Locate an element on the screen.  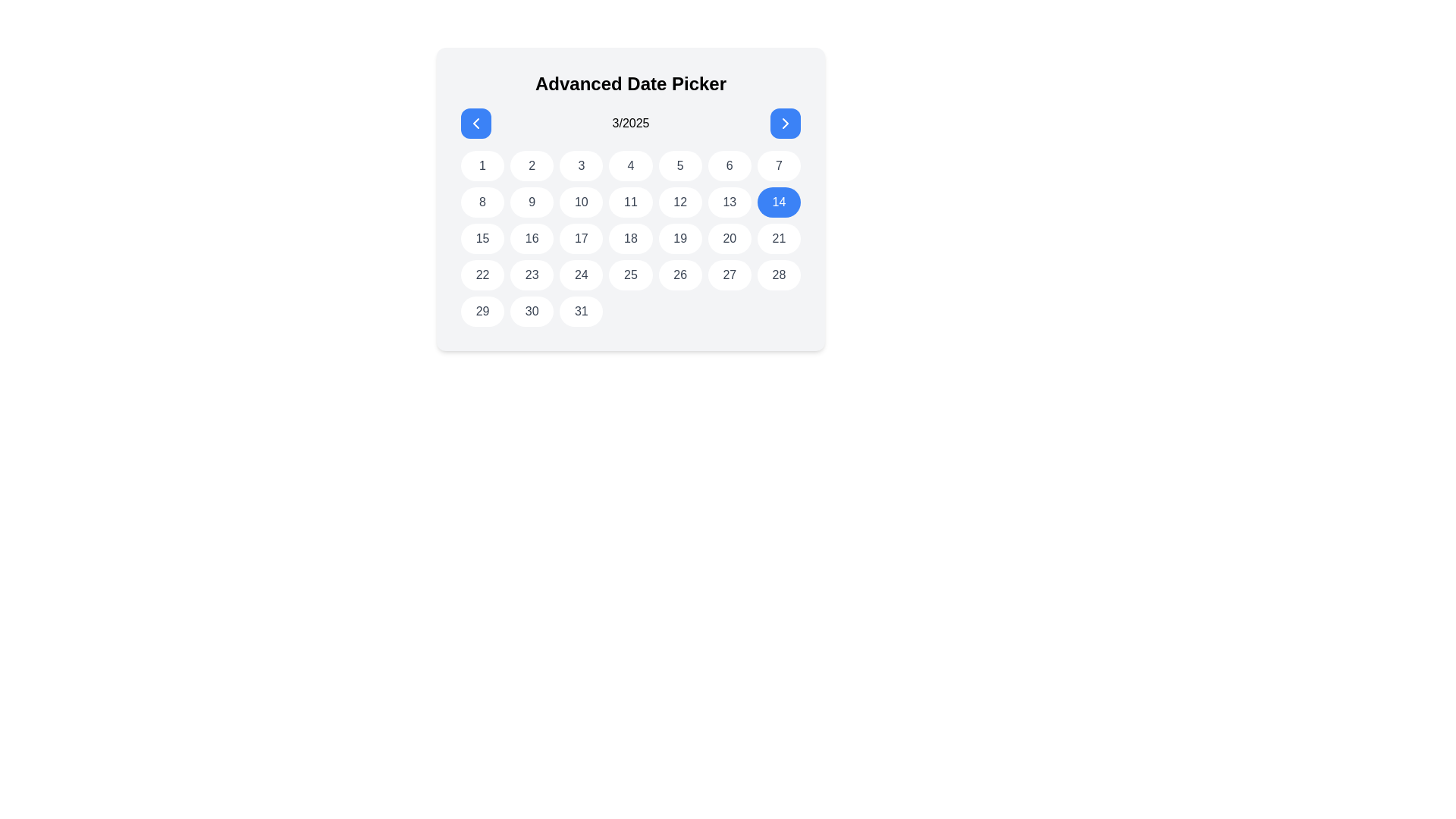
the button representing the date '2nd March 2025' in the advanced date picker interface for keyboard navigation is located at coordinates (532, 166).